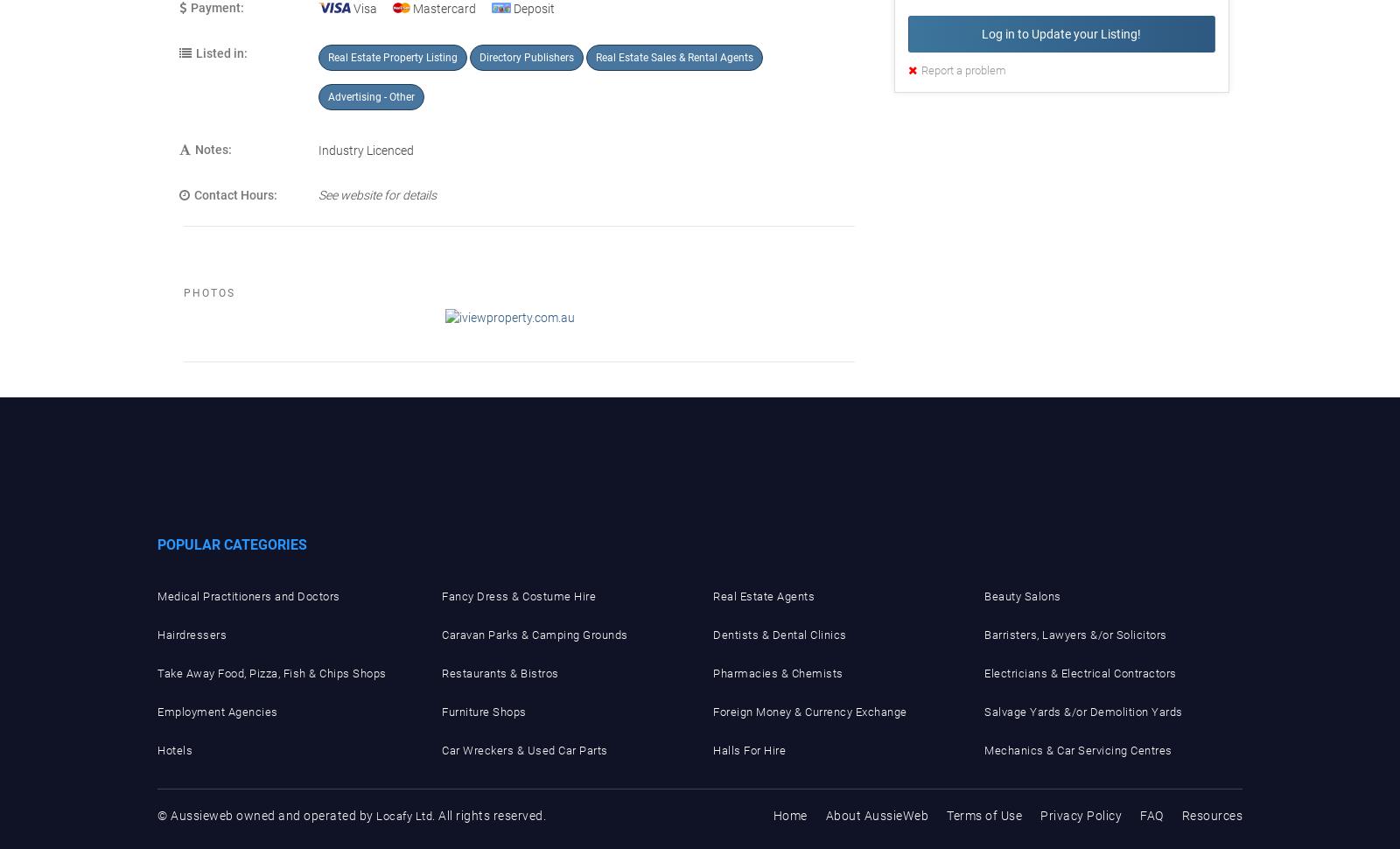  What do you see at coordinates (209, 293) in the screenshot?
I see `'PHOTOS'` at bounding box center [209, 293].